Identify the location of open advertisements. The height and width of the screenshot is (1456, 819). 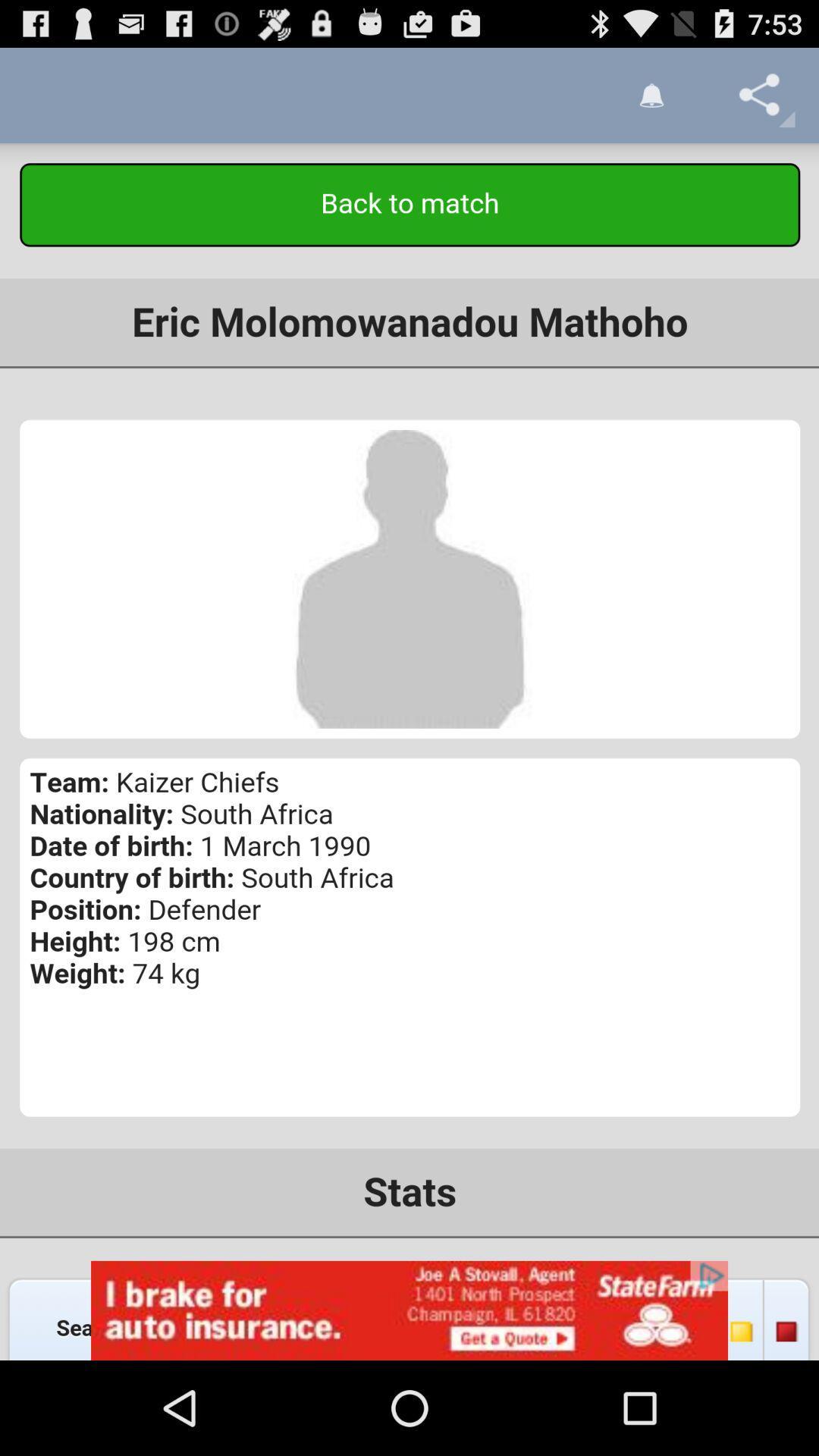
(409, 1310).